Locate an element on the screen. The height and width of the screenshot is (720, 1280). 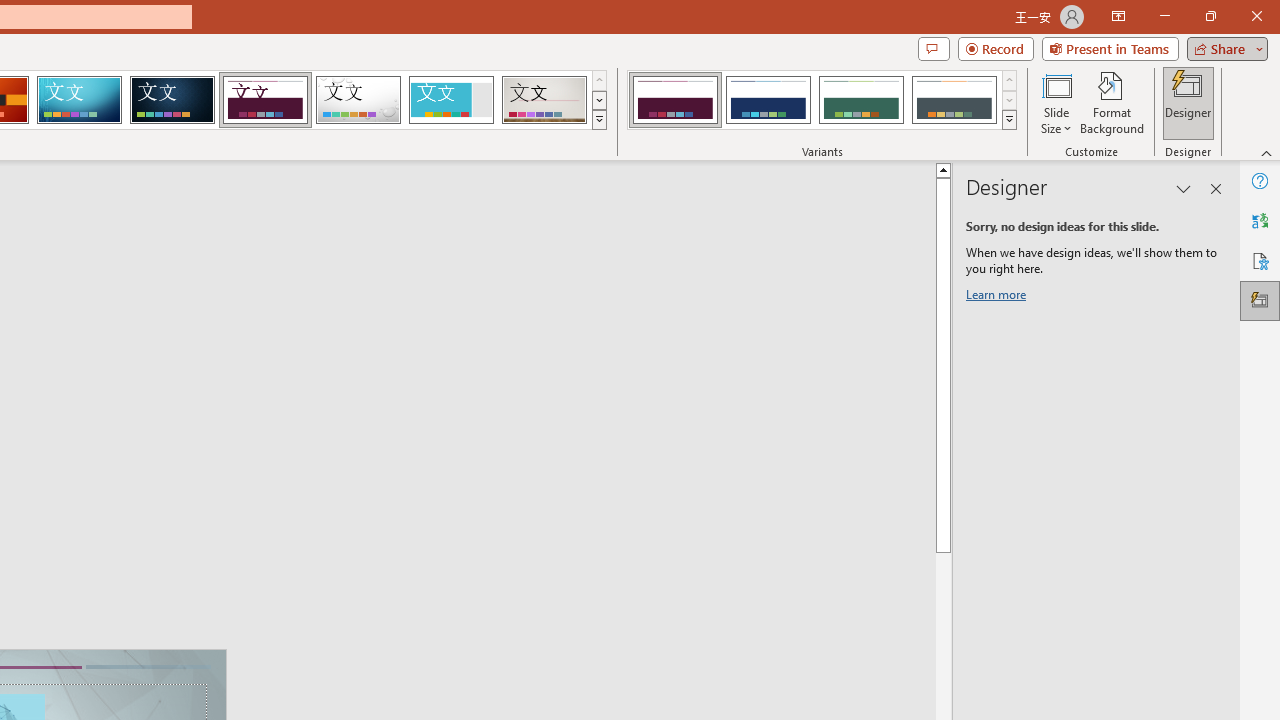
'Collapse the Ribbon' is located at coordinates (1266, 152).